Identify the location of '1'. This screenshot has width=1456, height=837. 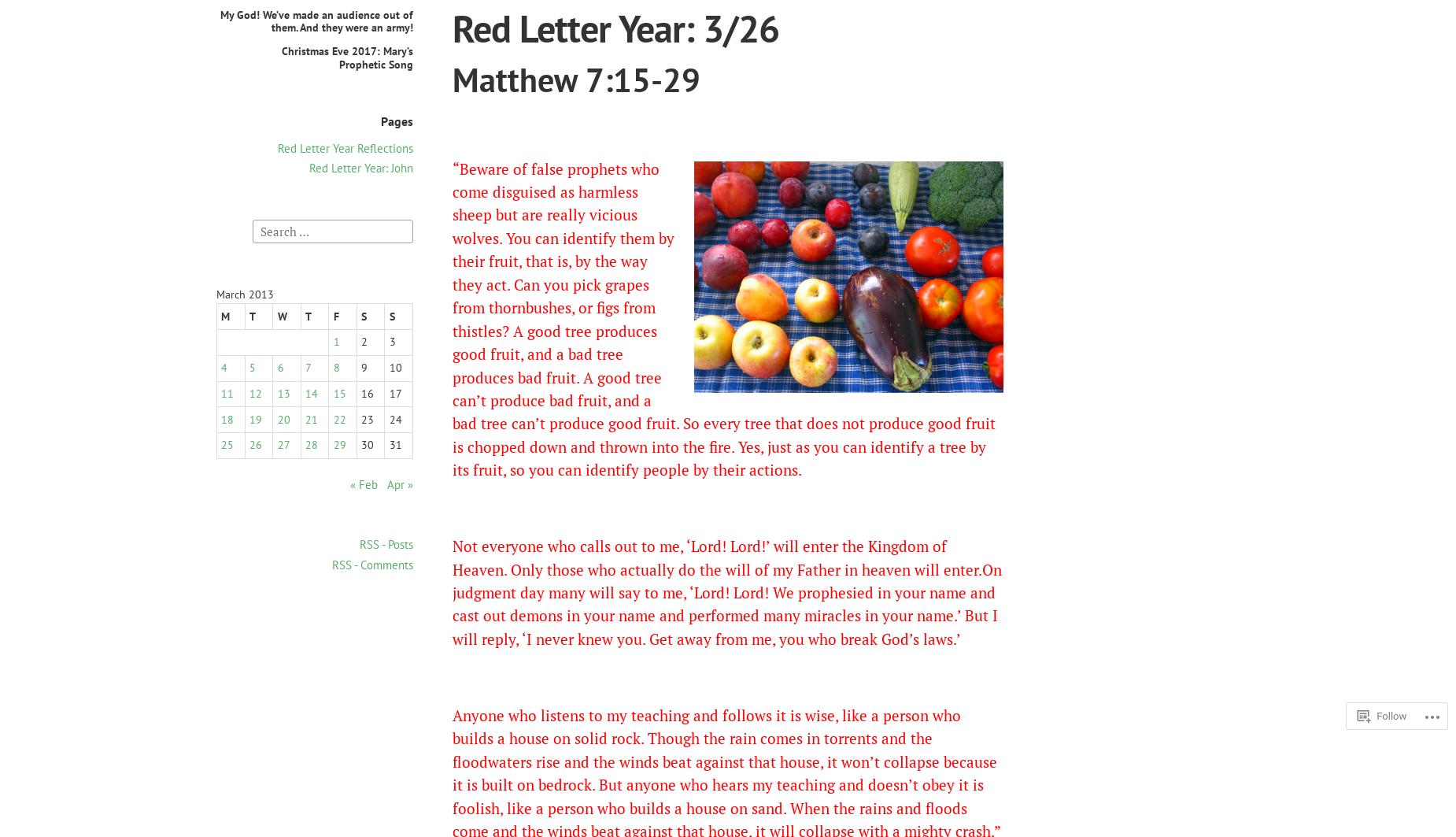
(334, 342).